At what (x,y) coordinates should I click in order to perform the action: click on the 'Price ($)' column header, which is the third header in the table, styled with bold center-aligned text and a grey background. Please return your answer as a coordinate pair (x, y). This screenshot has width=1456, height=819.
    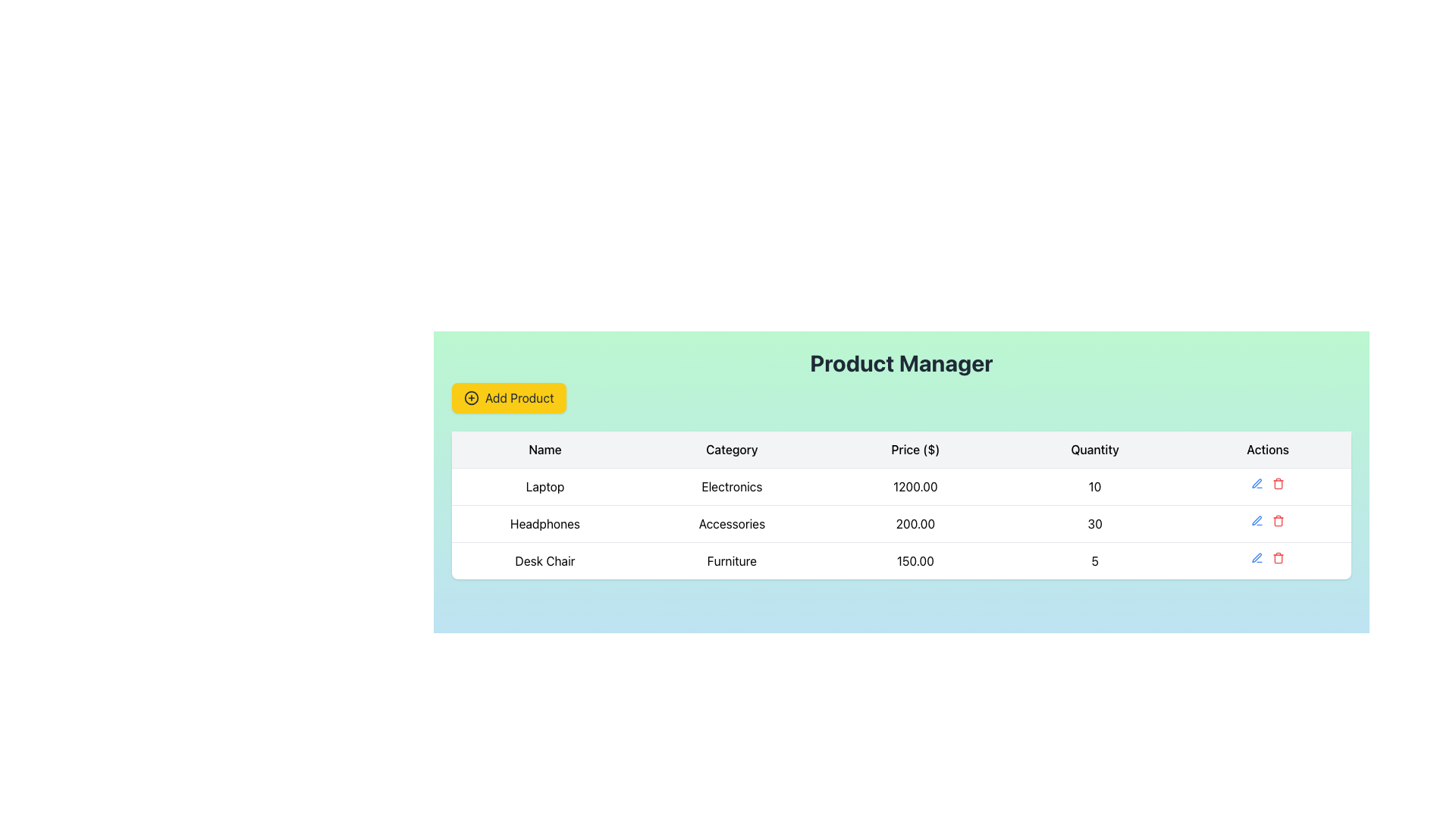
    Looking at the image, I should click on (915, 449).